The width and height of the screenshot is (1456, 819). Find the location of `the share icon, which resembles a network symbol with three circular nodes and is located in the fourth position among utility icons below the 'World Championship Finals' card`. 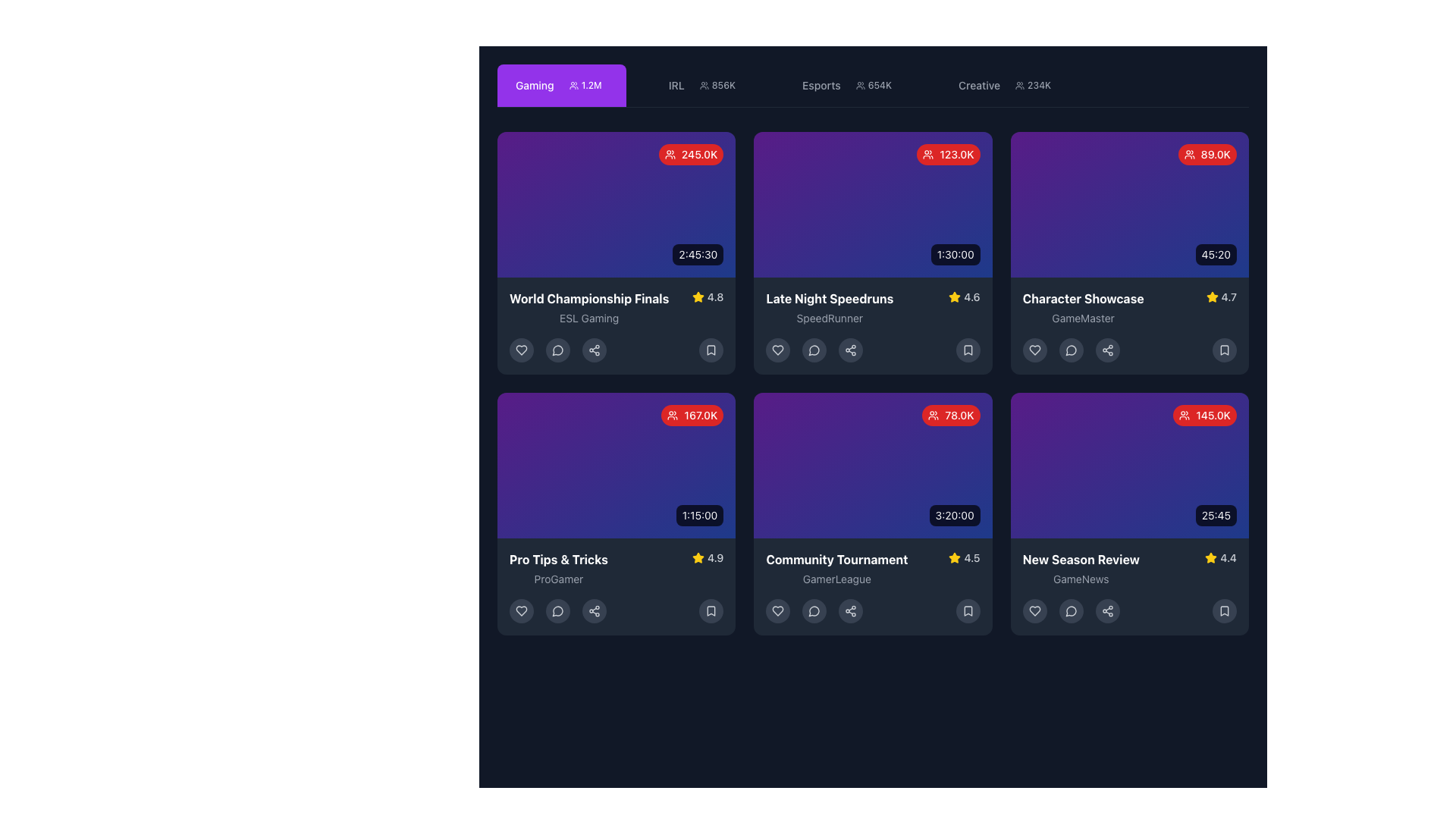

the share icon, which resembles a network symbol with three circular nodes and is located in the fourth position among utility icons below the 'World Championship Finals' card is located at coordinates (593, 350).